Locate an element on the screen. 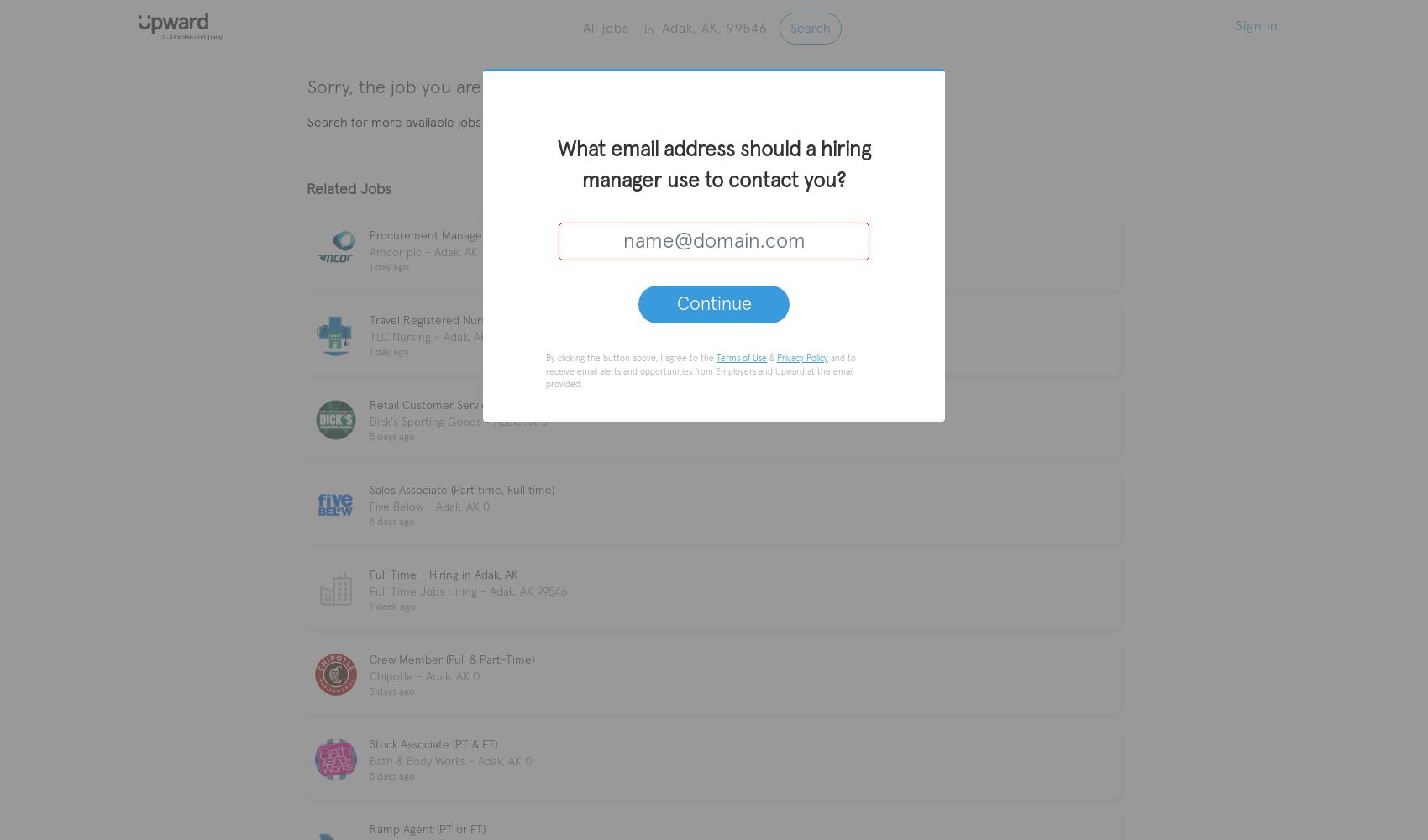  'Full Time Jobs Hiring' is located at coordinates (423, 591).